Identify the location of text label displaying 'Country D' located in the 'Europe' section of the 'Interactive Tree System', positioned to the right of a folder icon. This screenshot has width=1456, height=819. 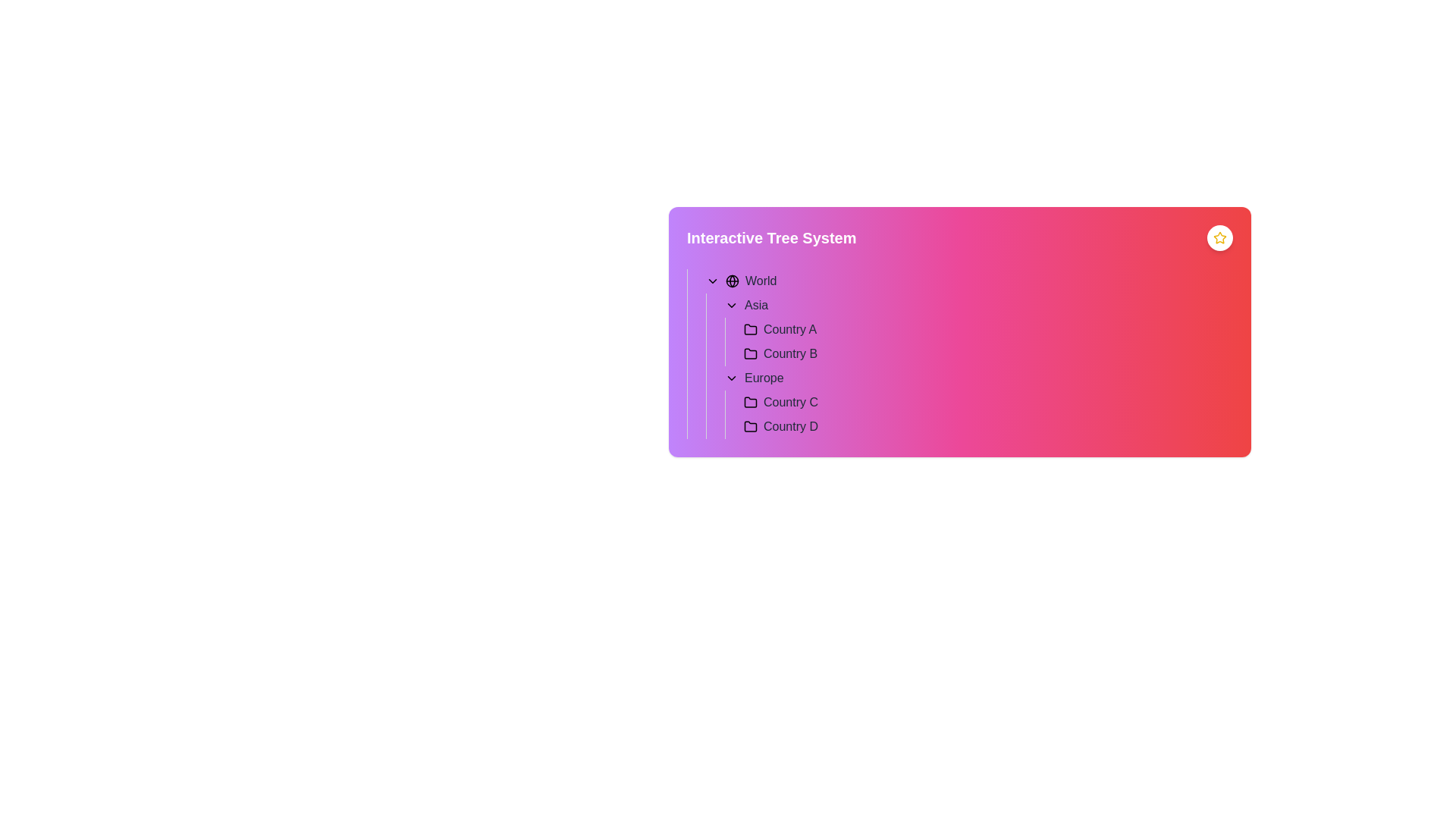
(789, 427).